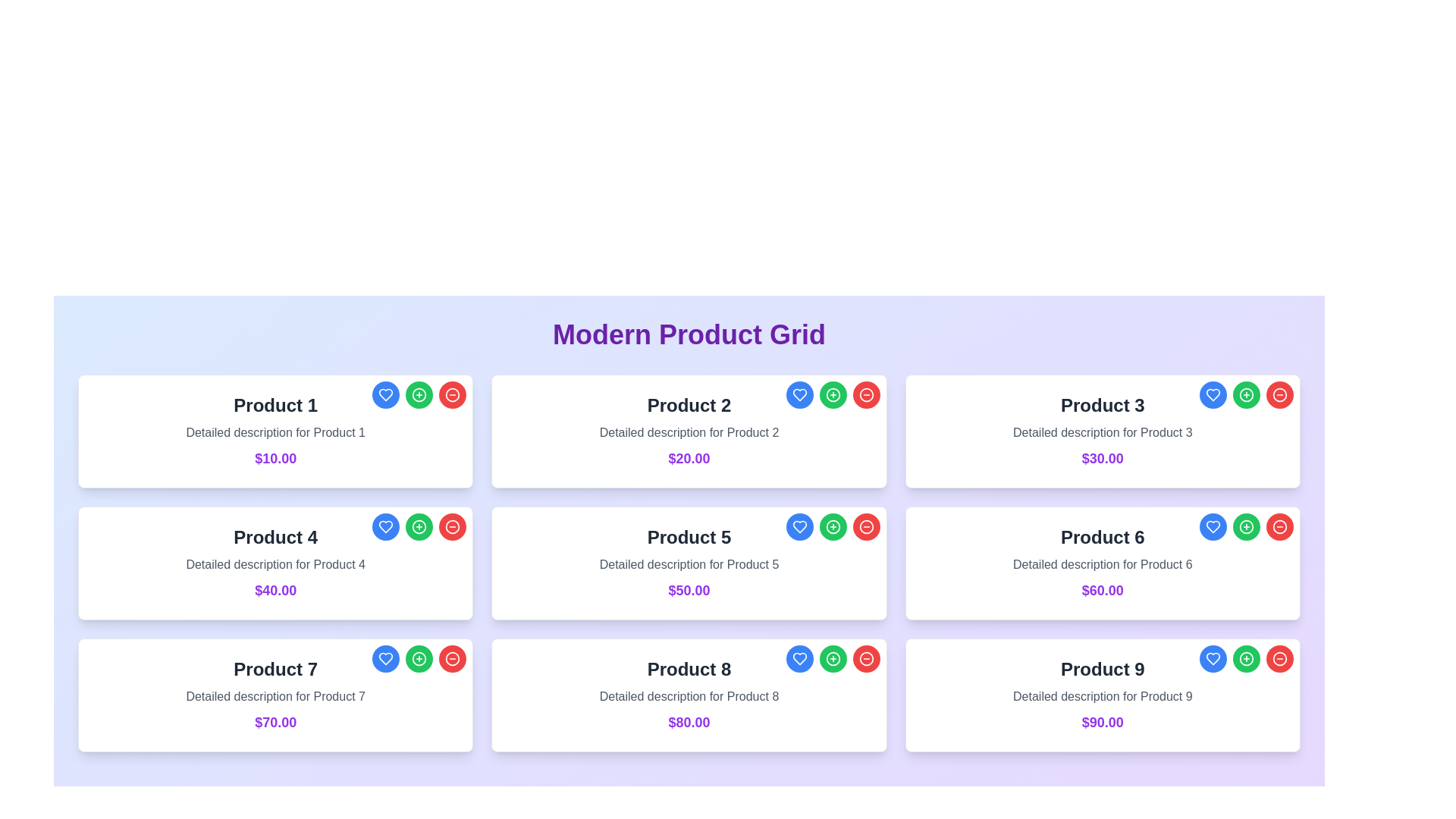 This screenshot has width=1456, height=819. What do you see at coordinates (419, 394) in the screenshot?
I see `the circular green icon with a white border and a plus sign, located under 'Product 1'` at bounding box center [419, 394].